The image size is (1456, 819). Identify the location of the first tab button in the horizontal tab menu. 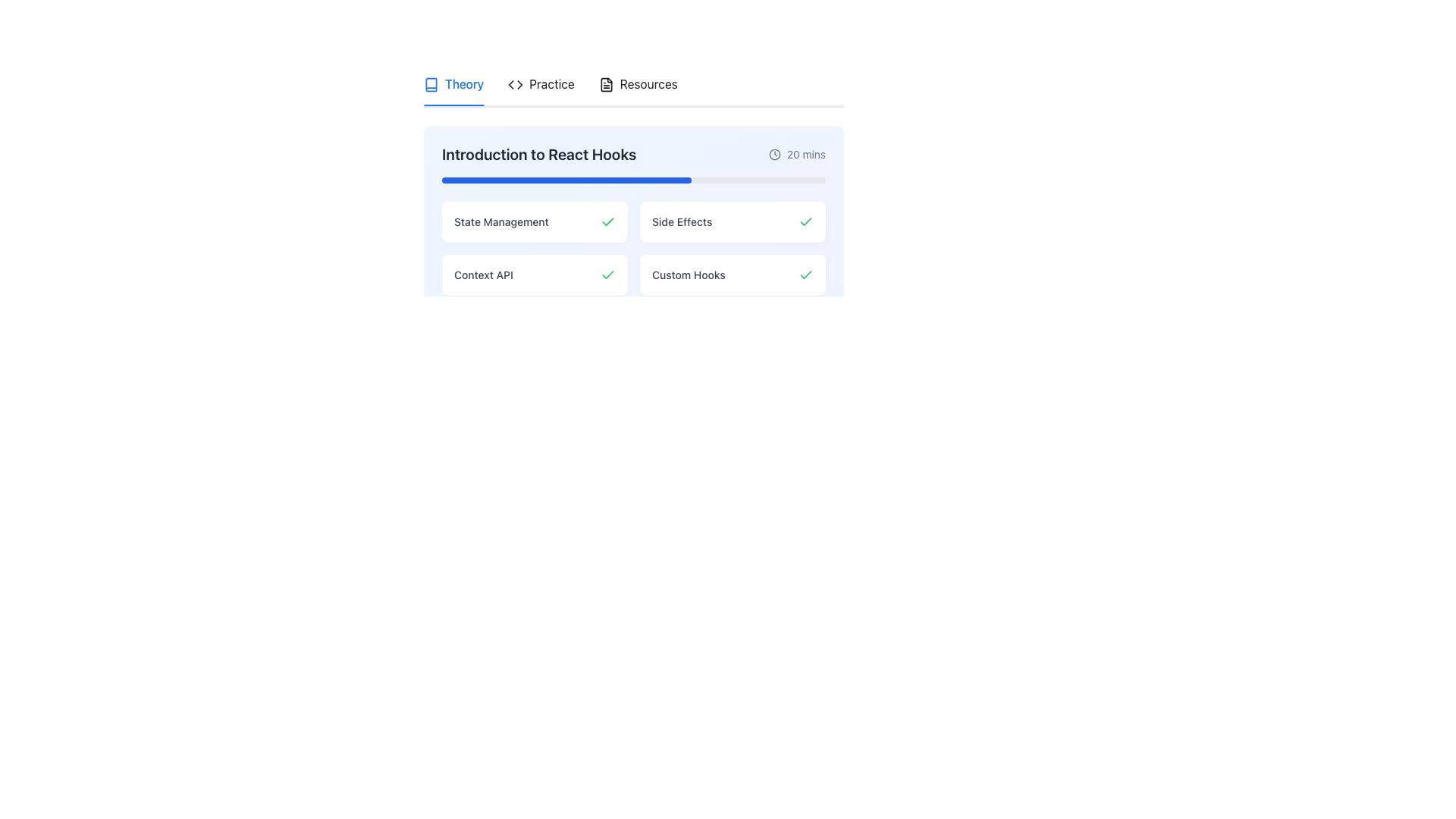
(453, 84).